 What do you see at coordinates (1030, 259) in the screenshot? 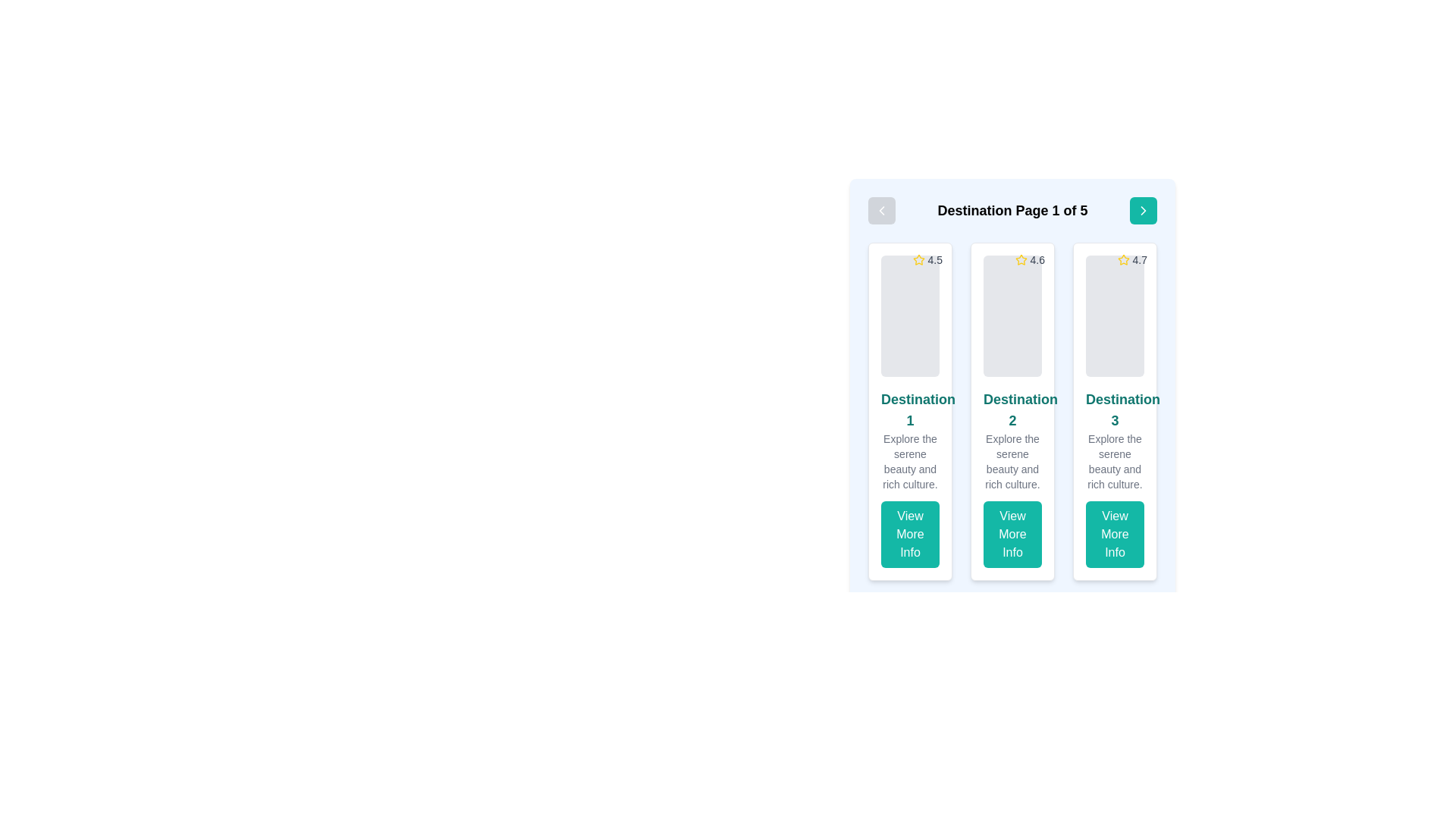
I see `the rating label text with an icon in the top-right corner of the 'Destination 2' card, which is the second card in a list of three horizontally aligned cards` at bounding box center [1030, 259].